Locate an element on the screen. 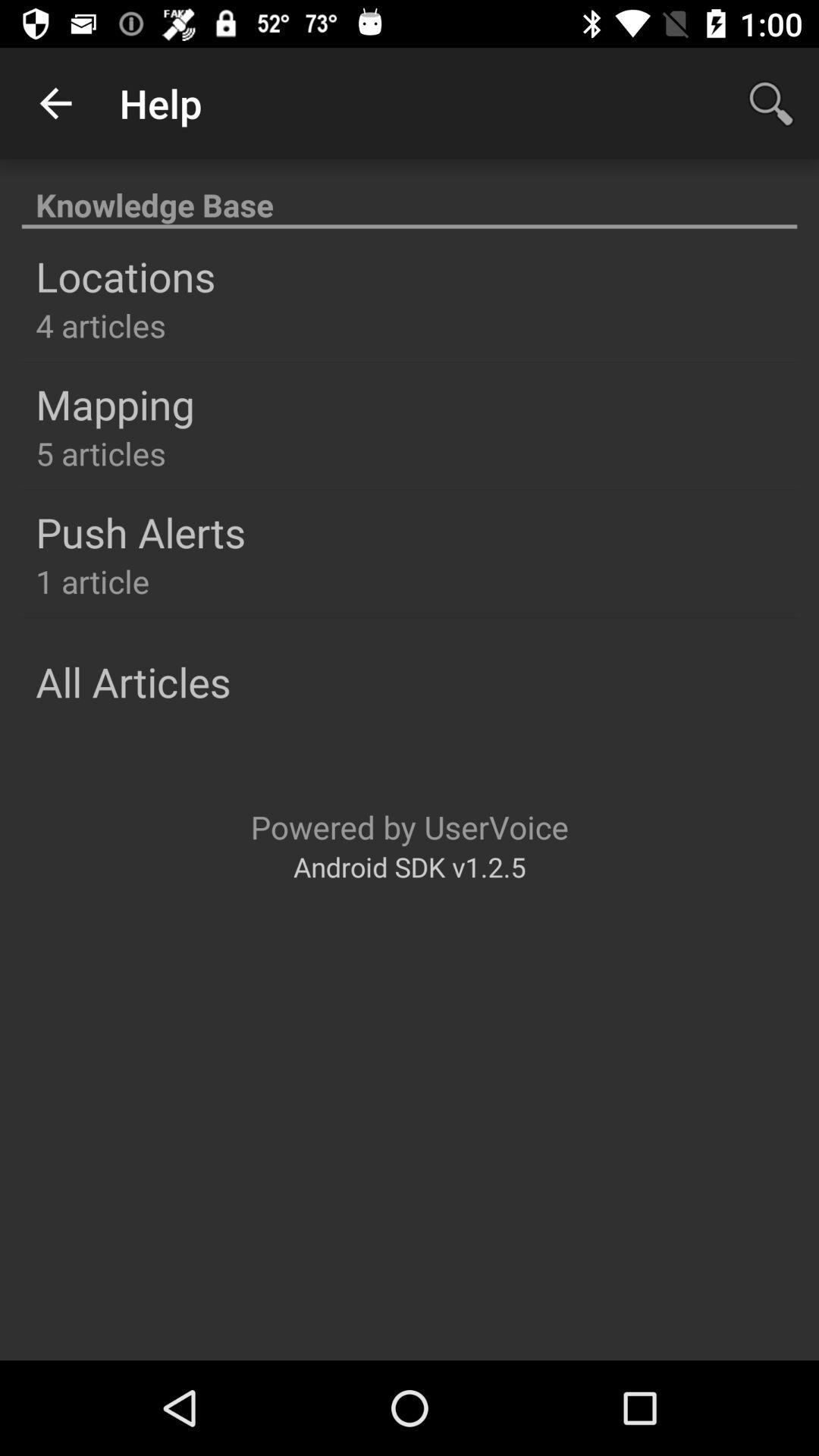  the 1 article item is located at coordinates (93, 580).